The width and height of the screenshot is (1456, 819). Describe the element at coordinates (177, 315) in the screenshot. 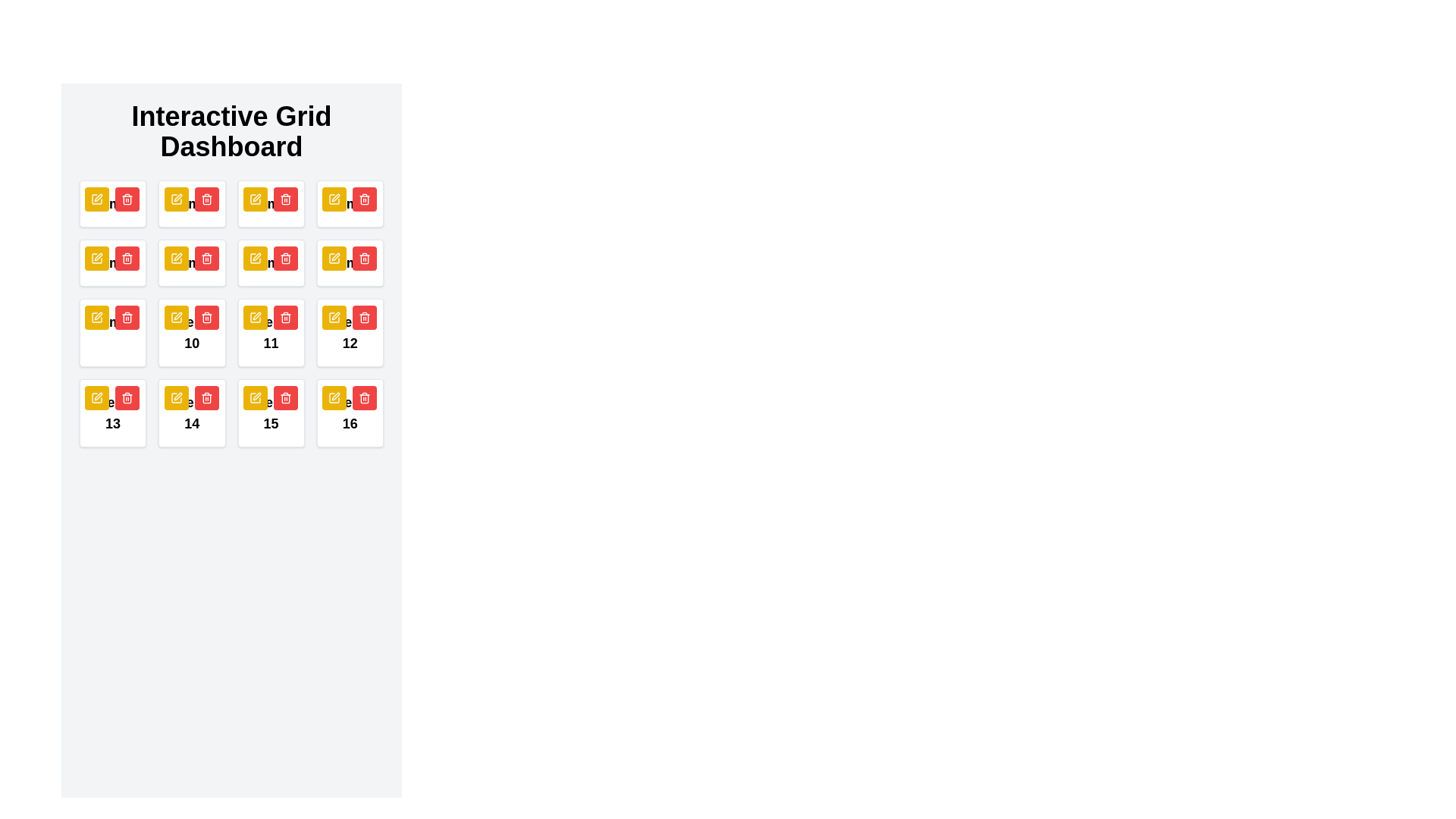

I see `the yellow pen icon located in the second row of controls in card number '10', positioned to the far left of the row, for keyboard navigation` at that location.